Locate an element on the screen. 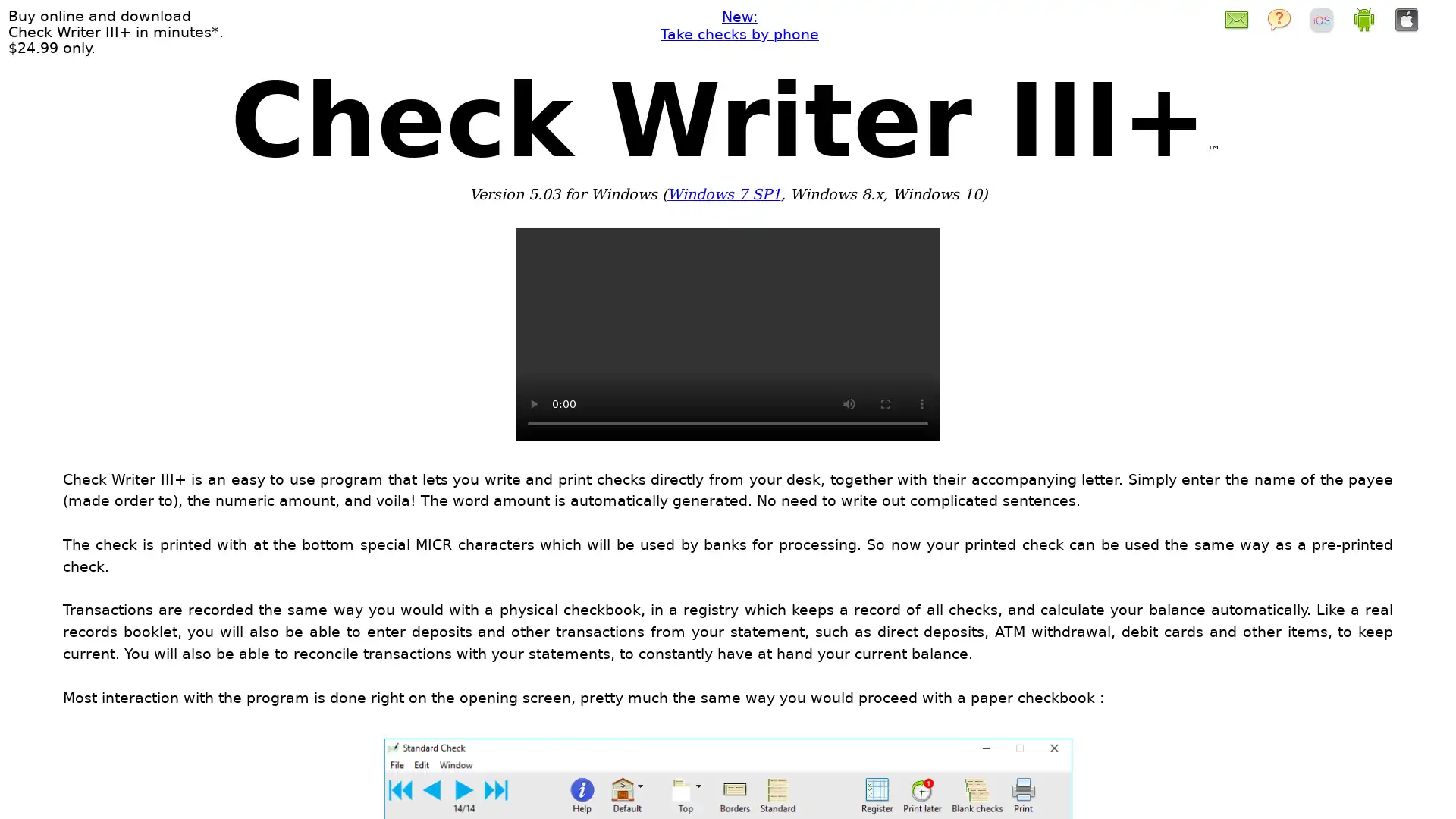  mute is located at coordinates (848, 403).